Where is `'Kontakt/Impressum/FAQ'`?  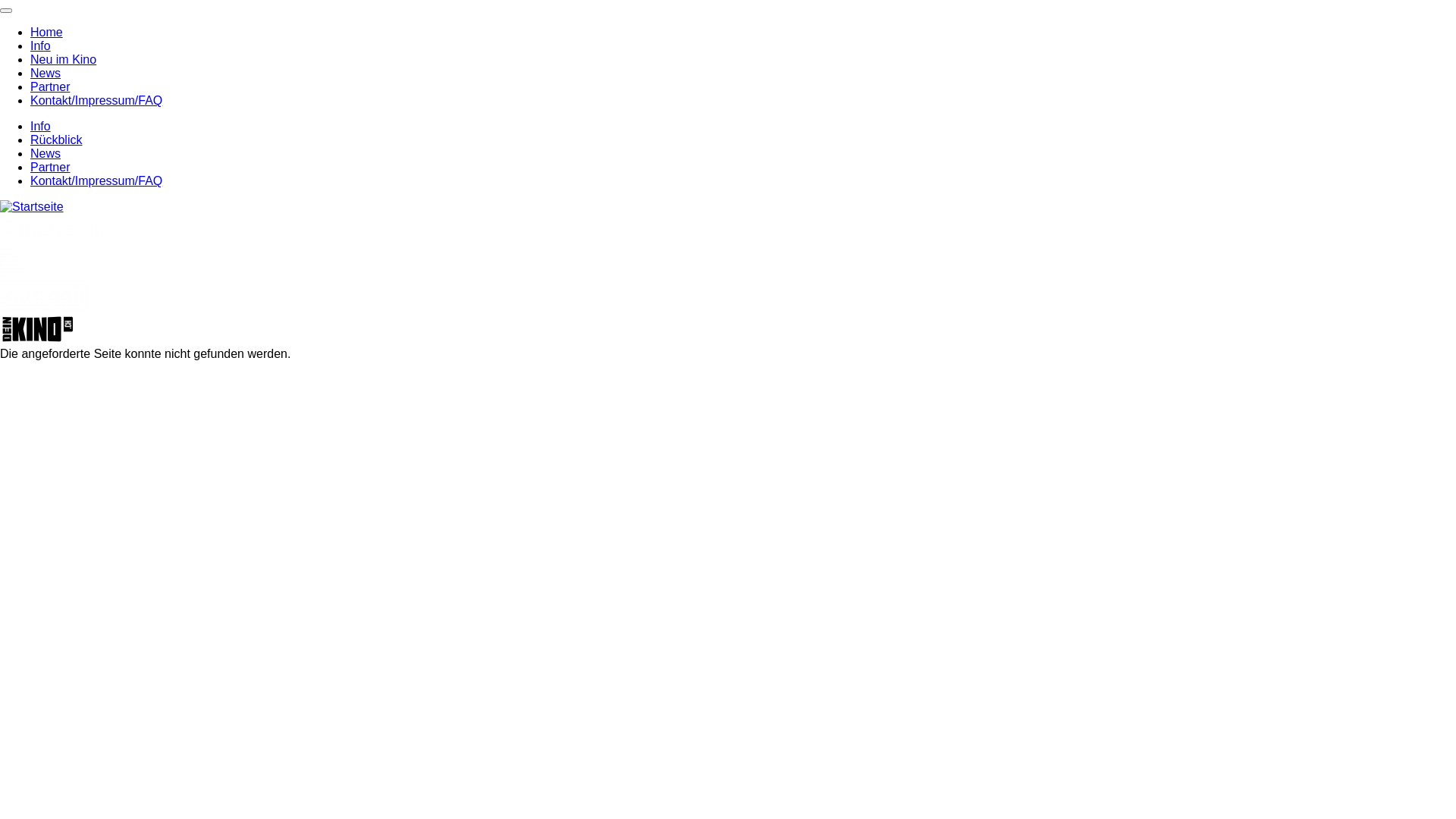 'Kontakt/Impressum/FAQ' is located at coordinates (95, 100).